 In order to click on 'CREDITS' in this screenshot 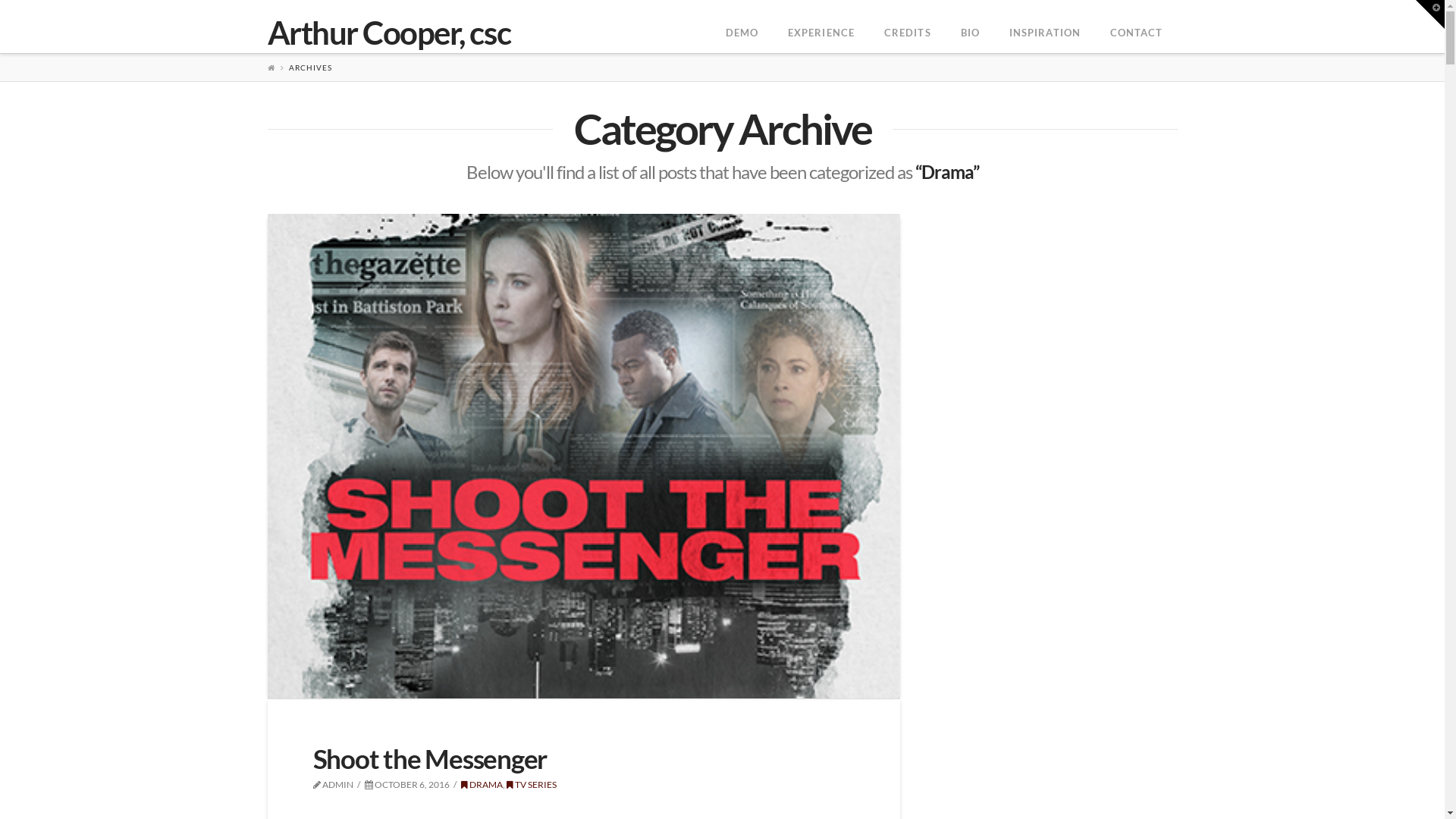, I will do `click(907, 26)`.